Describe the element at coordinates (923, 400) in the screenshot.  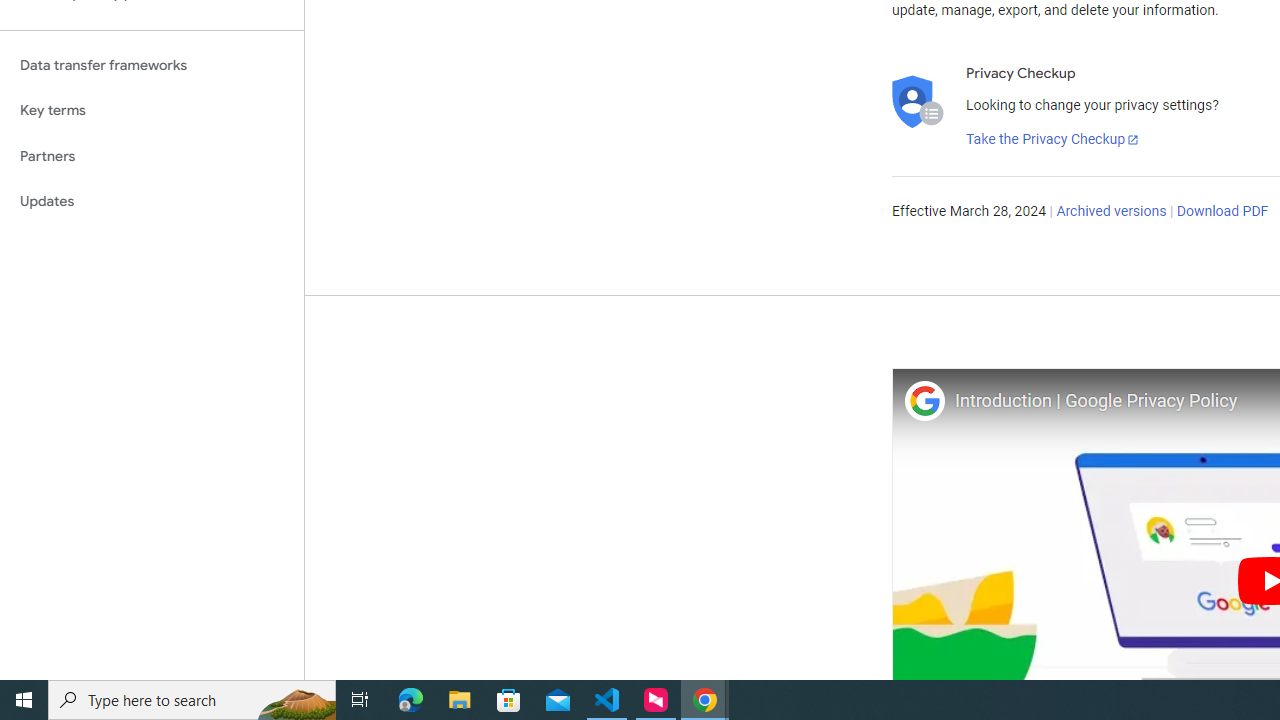
I see `'Photo image of Google'` at that location.